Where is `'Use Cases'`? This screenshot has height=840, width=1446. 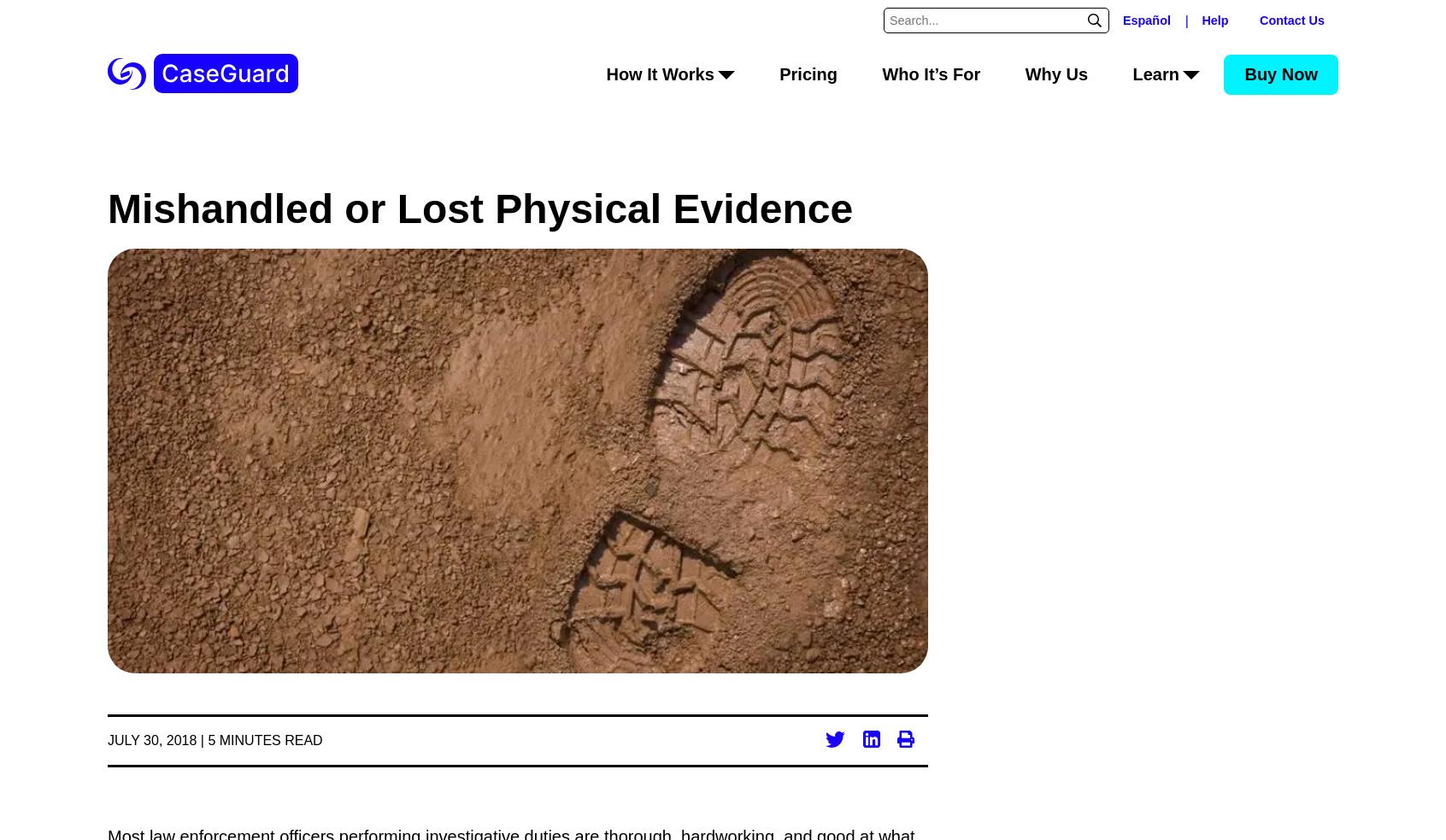
'Use Cases' is located at coordinates (669, 280).